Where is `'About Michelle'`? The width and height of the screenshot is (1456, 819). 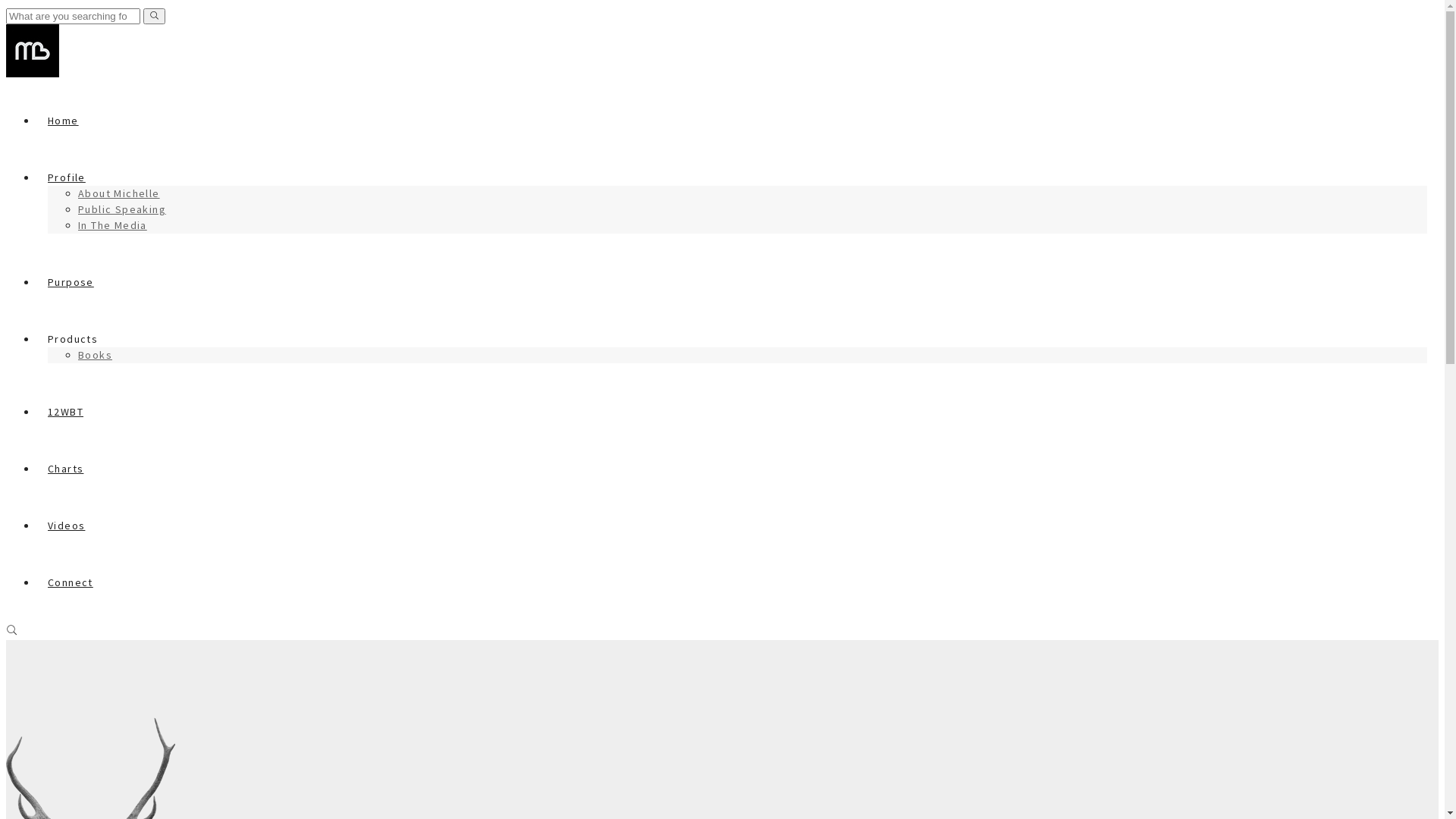 'About Michelle' is located at coordinates (118, 192).